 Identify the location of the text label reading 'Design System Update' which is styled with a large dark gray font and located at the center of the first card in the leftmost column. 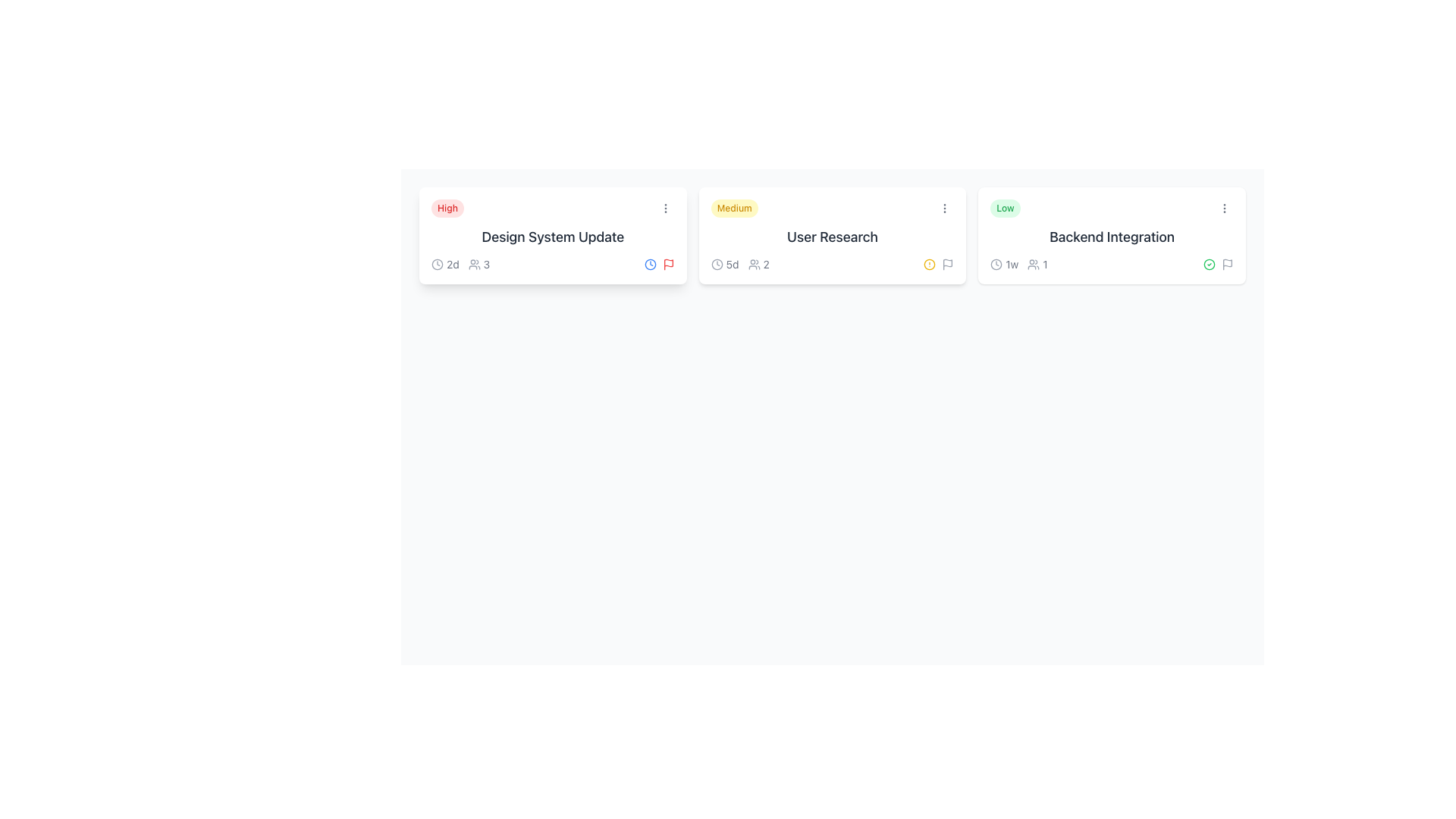
(552, 237).